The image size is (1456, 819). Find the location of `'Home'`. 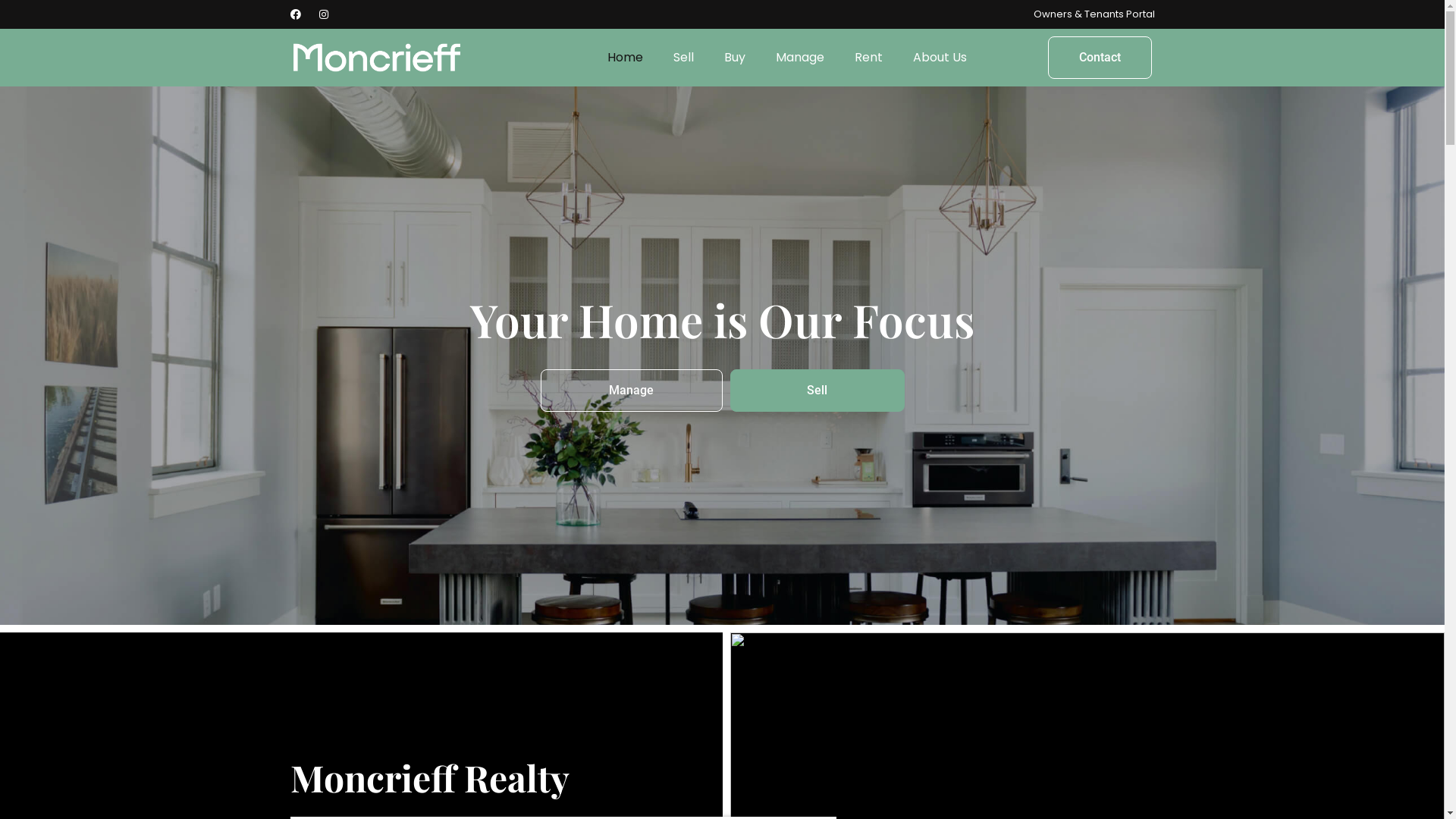

'Home' is located at coordinates (590, 57).